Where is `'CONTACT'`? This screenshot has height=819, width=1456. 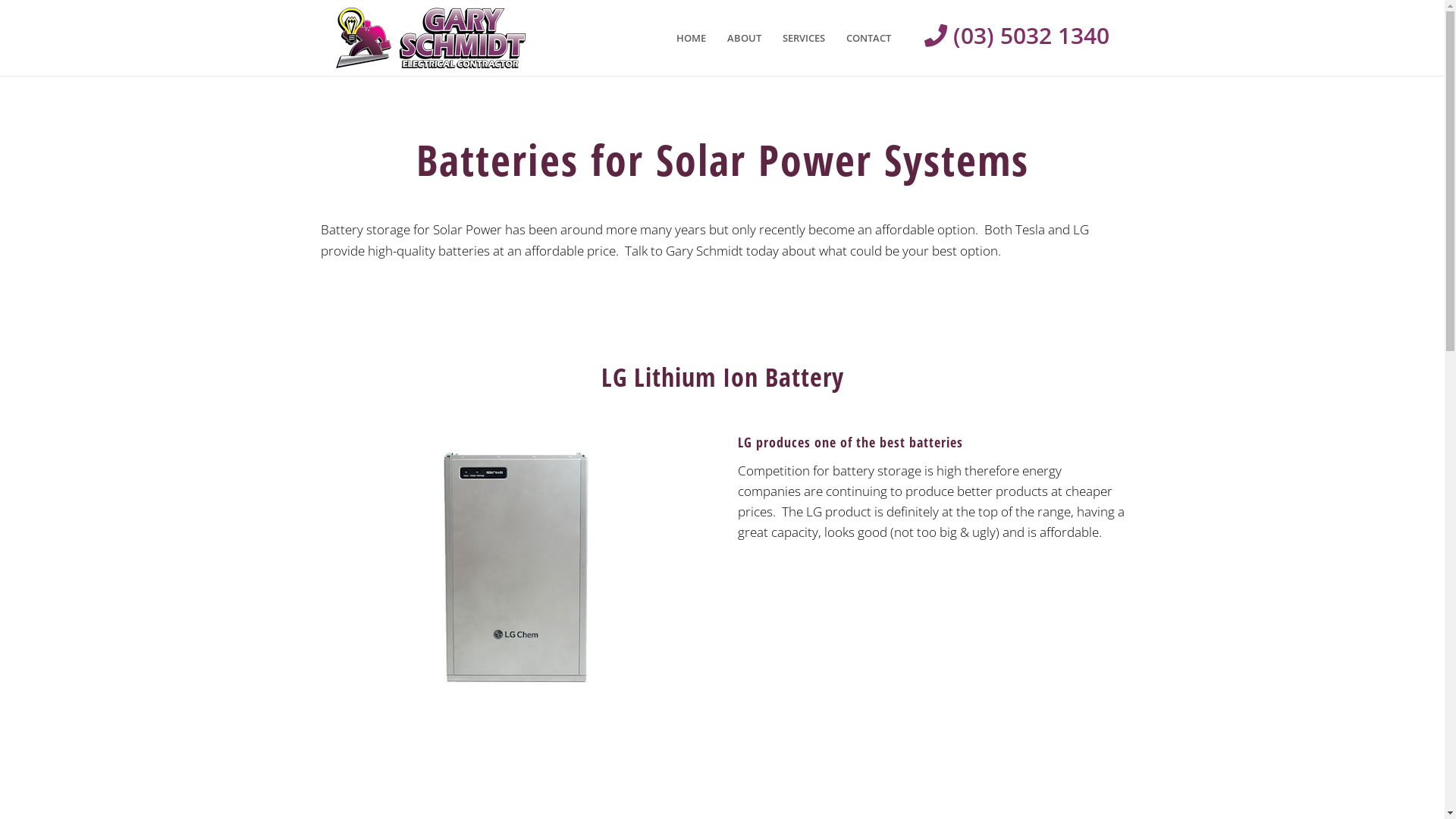
'CONTACT' is located at coordinates (835, 37).